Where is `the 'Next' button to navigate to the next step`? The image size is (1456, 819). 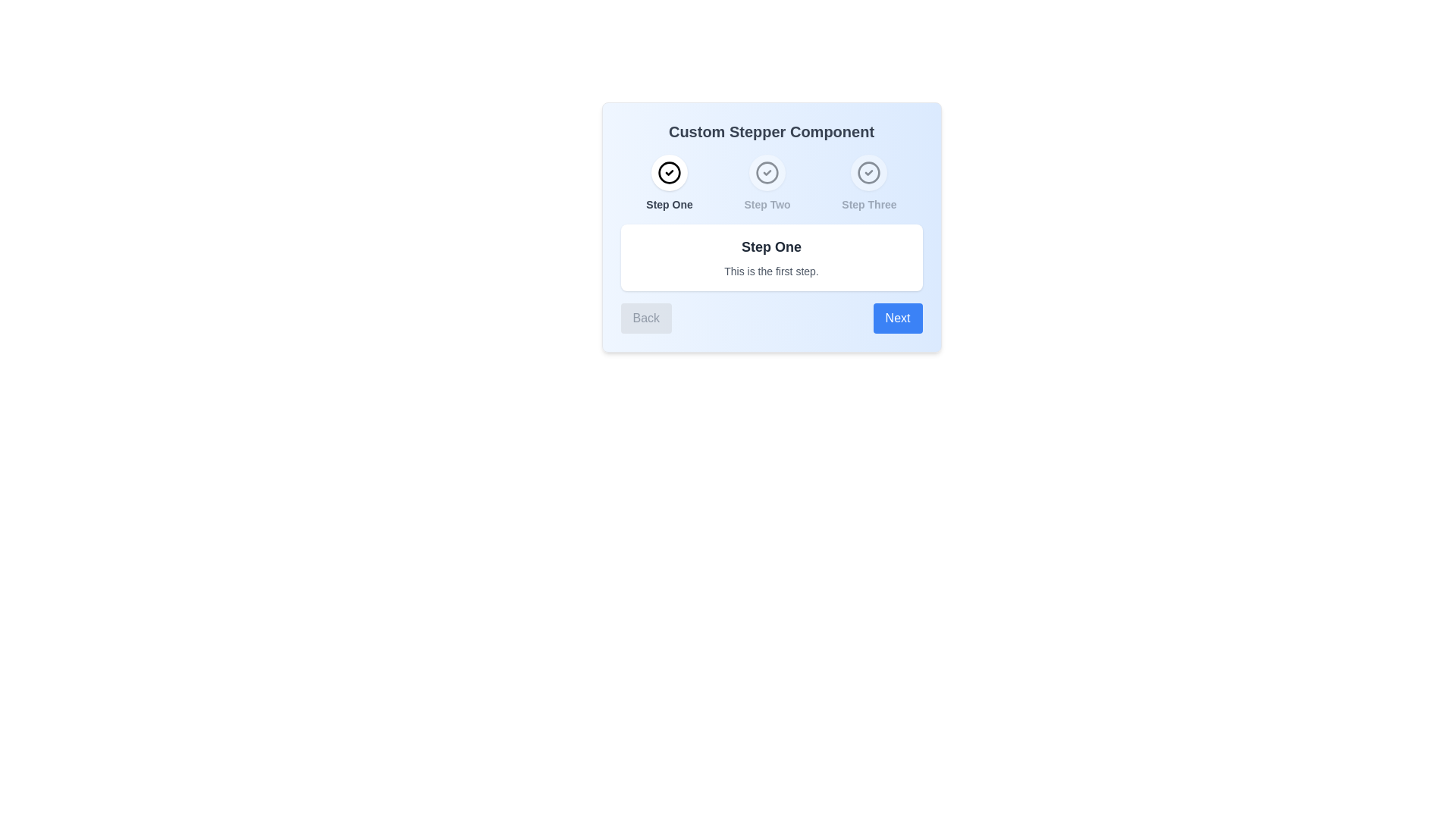 the 'Next' button to navigate to the next step is located at coordinates (898, 318).